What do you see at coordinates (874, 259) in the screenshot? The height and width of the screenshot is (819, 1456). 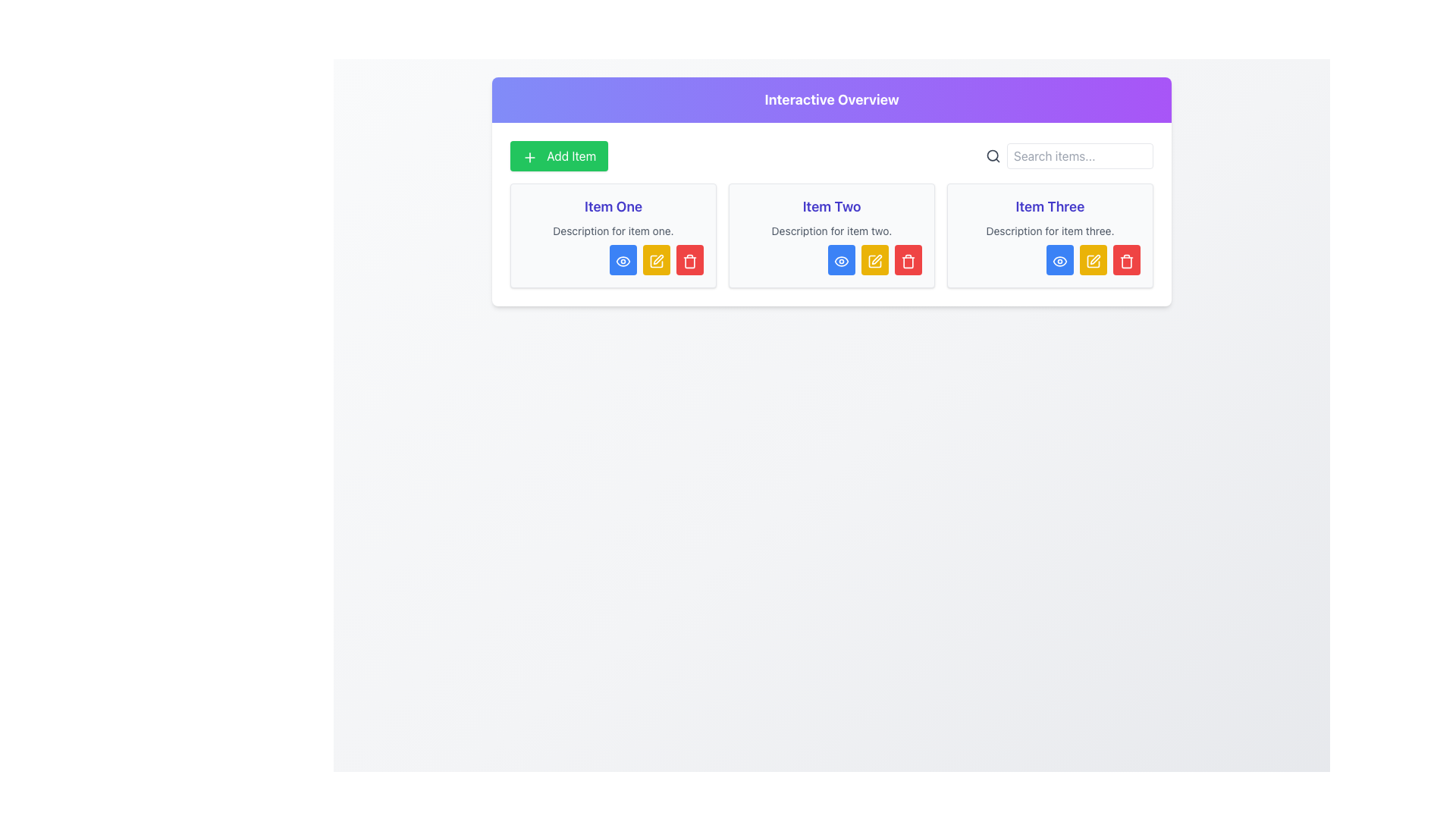 I see `the graphical icon representing a user action with a yellow background and pen-like design, located under 'Item Two'` at bounding box center [874, 259].